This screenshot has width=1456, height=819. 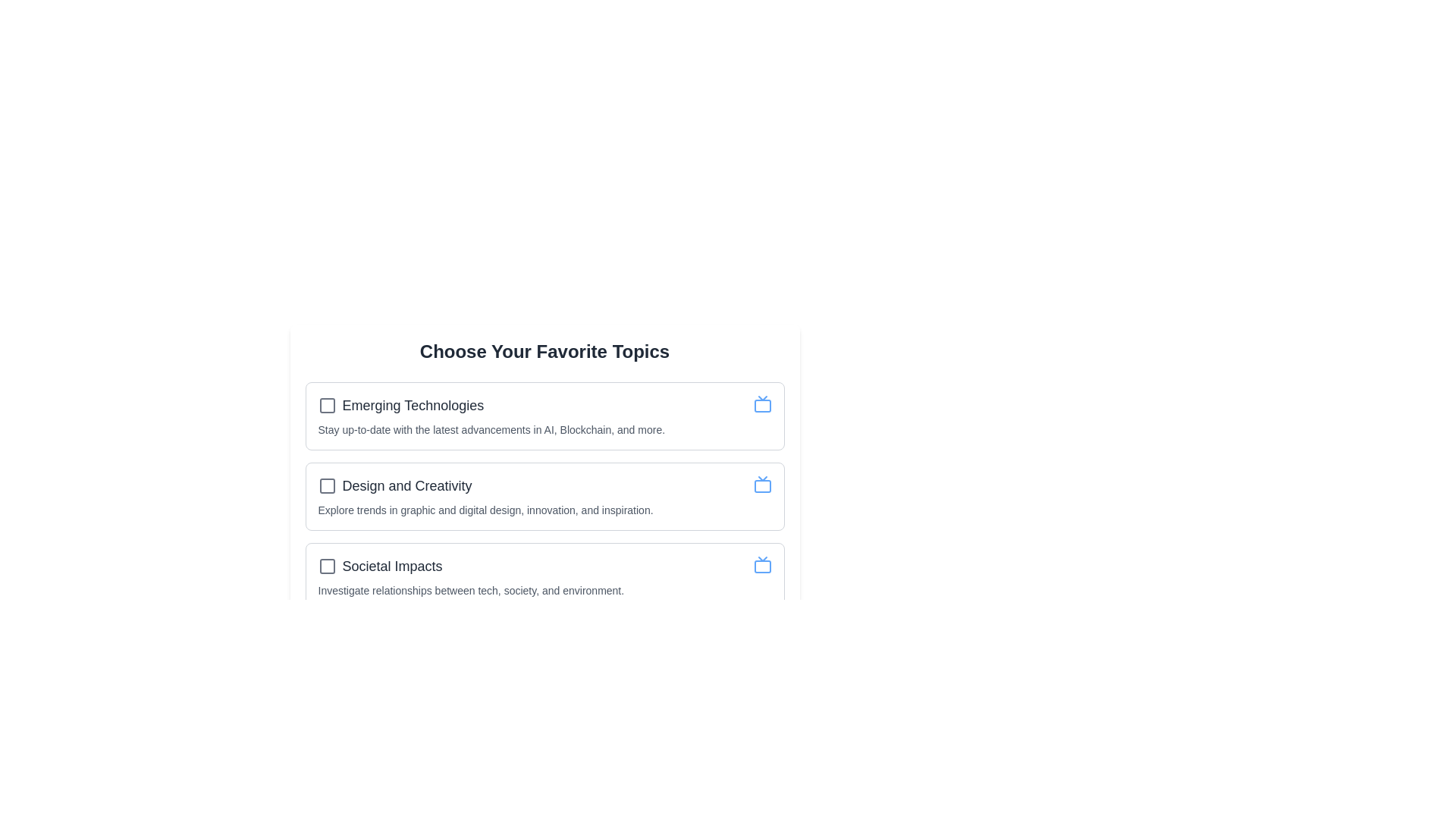 I want to click on the checkbox next to the 'Emerging Technologies' option, so click(x=400, y=405).